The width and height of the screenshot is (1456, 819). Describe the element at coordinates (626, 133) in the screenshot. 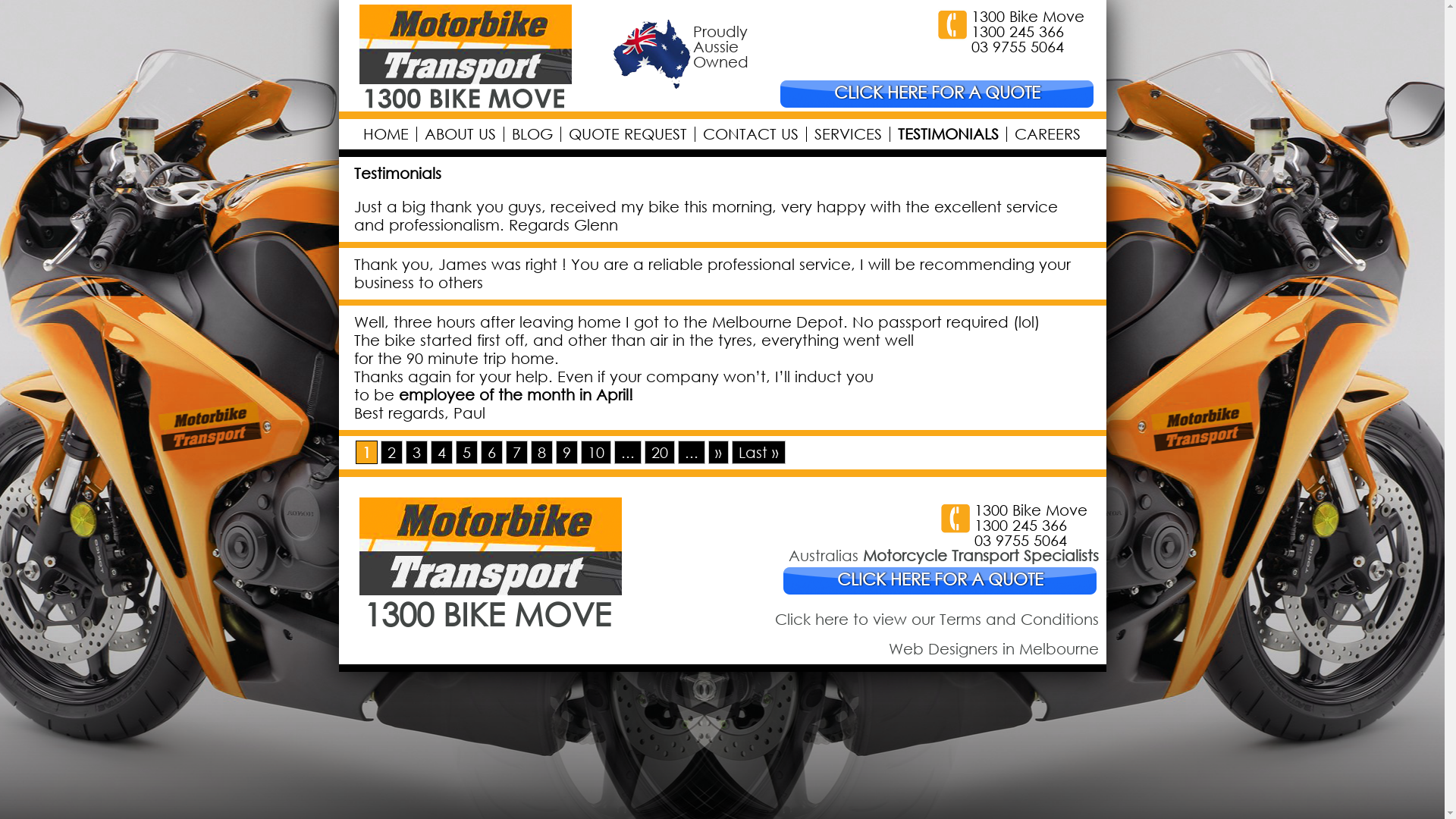

I see `'QUOTE REQUEST'` at that location.